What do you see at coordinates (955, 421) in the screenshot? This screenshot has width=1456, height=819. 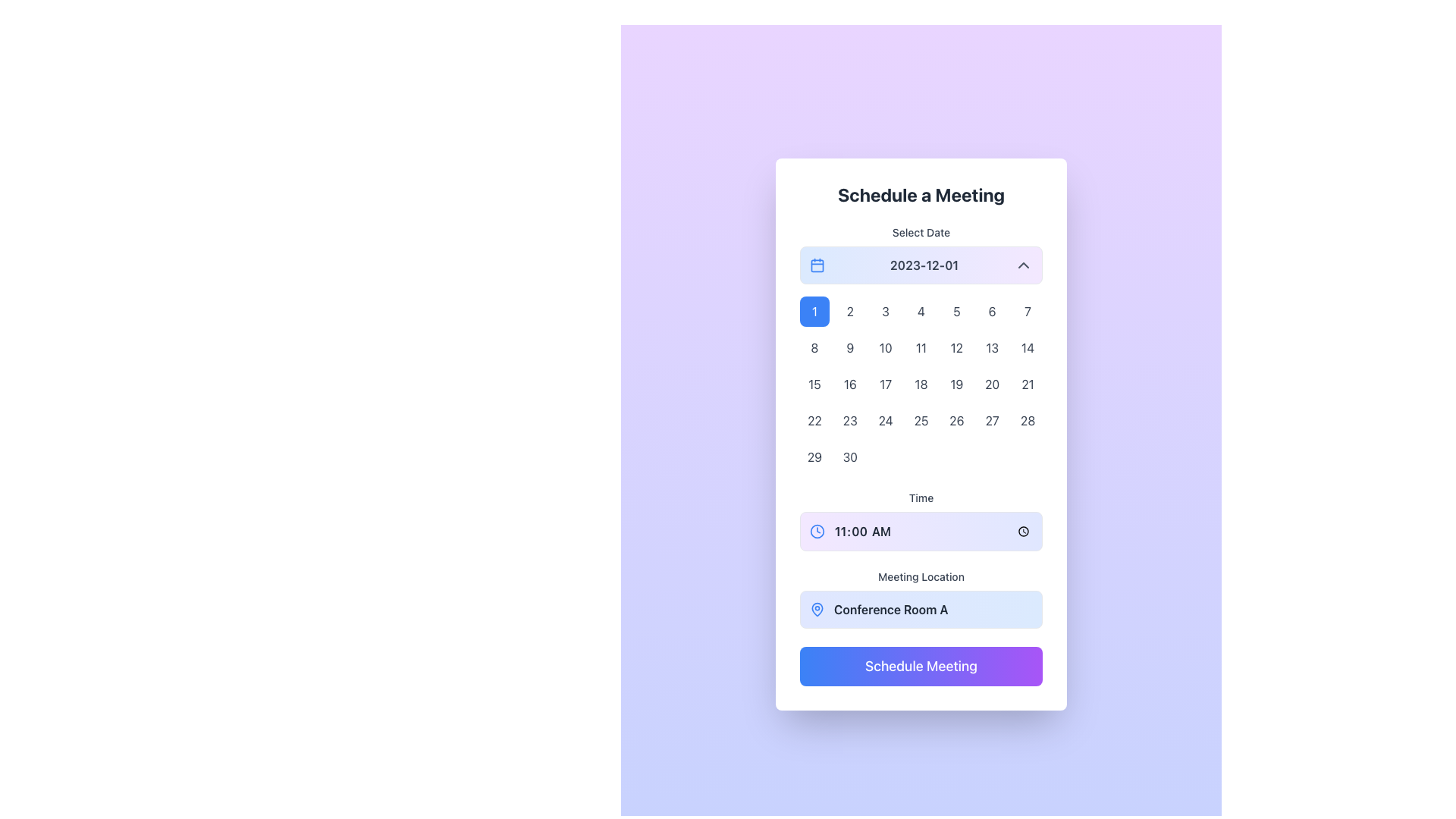 I see `the small rectangular button displaying the number '26' in dark gray, located in the sixth row and fifth column of the calendar grid` at bounding box center [955, 421].